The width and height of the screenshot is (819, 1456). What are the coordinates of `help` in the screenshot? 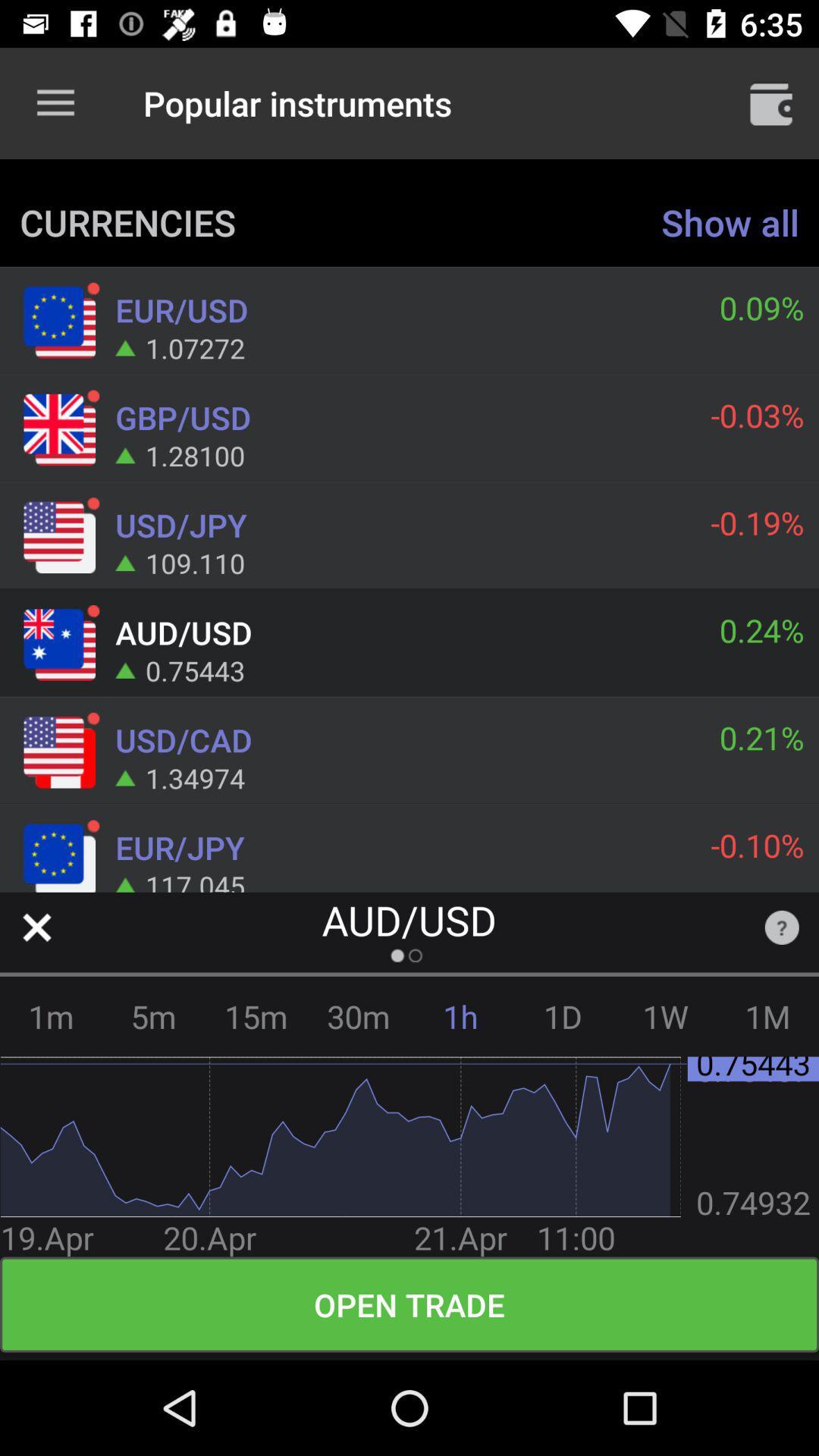 It's located at (782, 927).